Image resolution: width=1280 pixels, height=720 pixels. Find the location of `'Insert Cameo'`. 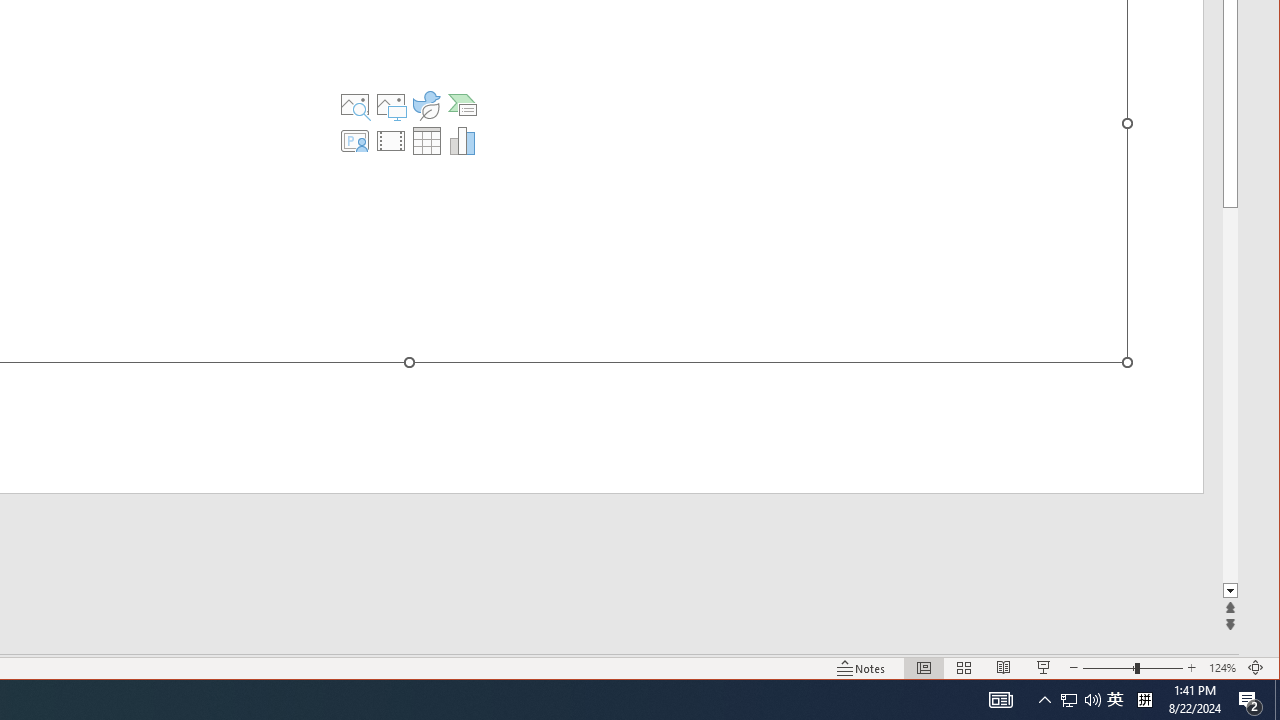

'Insert Cameo' is located at coordinates (355, 140).